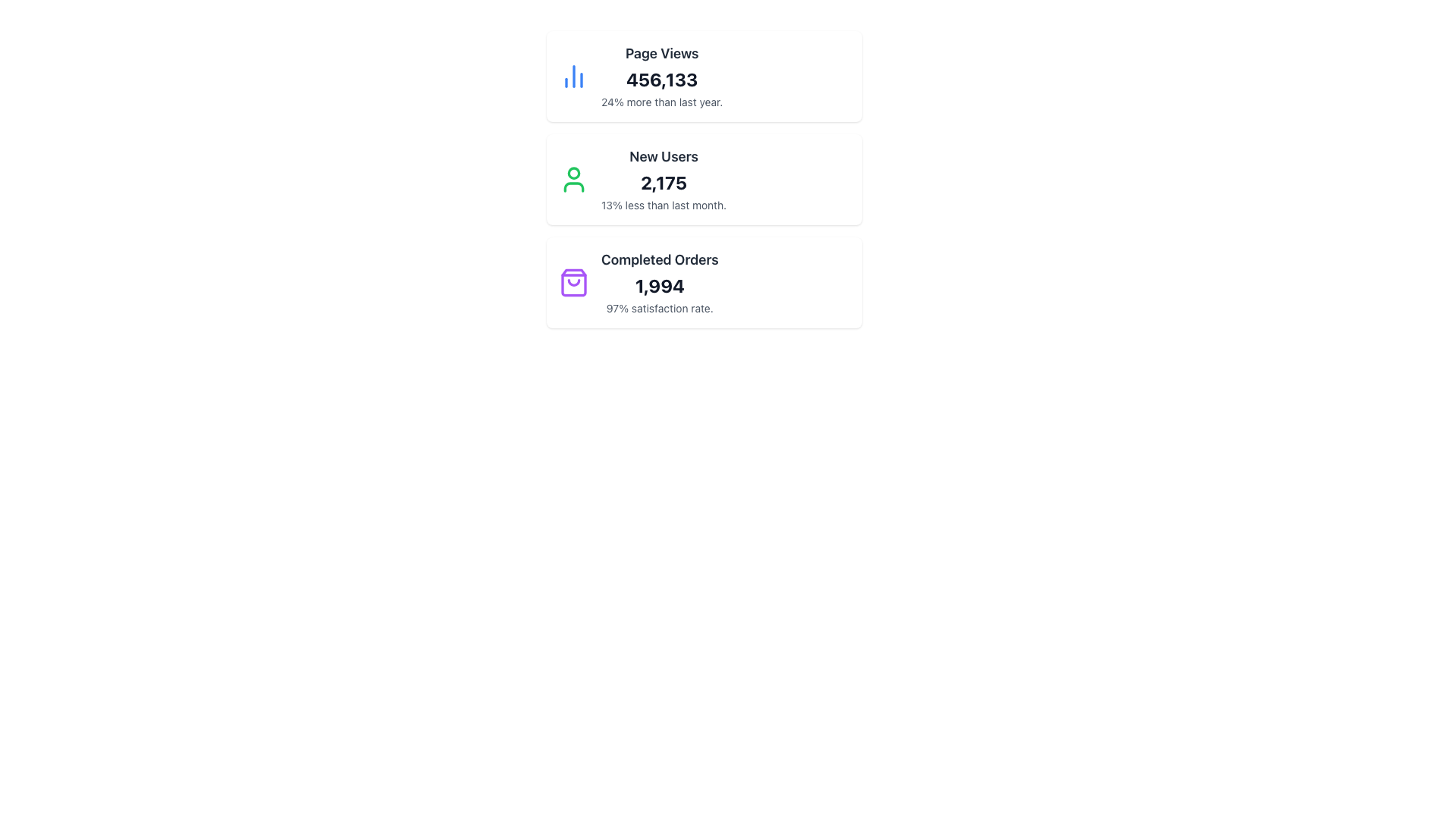  Describe the element at coordinates (664, 181) in the screenshot. I see `text label that conveys the number of new users, located below 'New Users' and above '13% less than last month.'` at that location.